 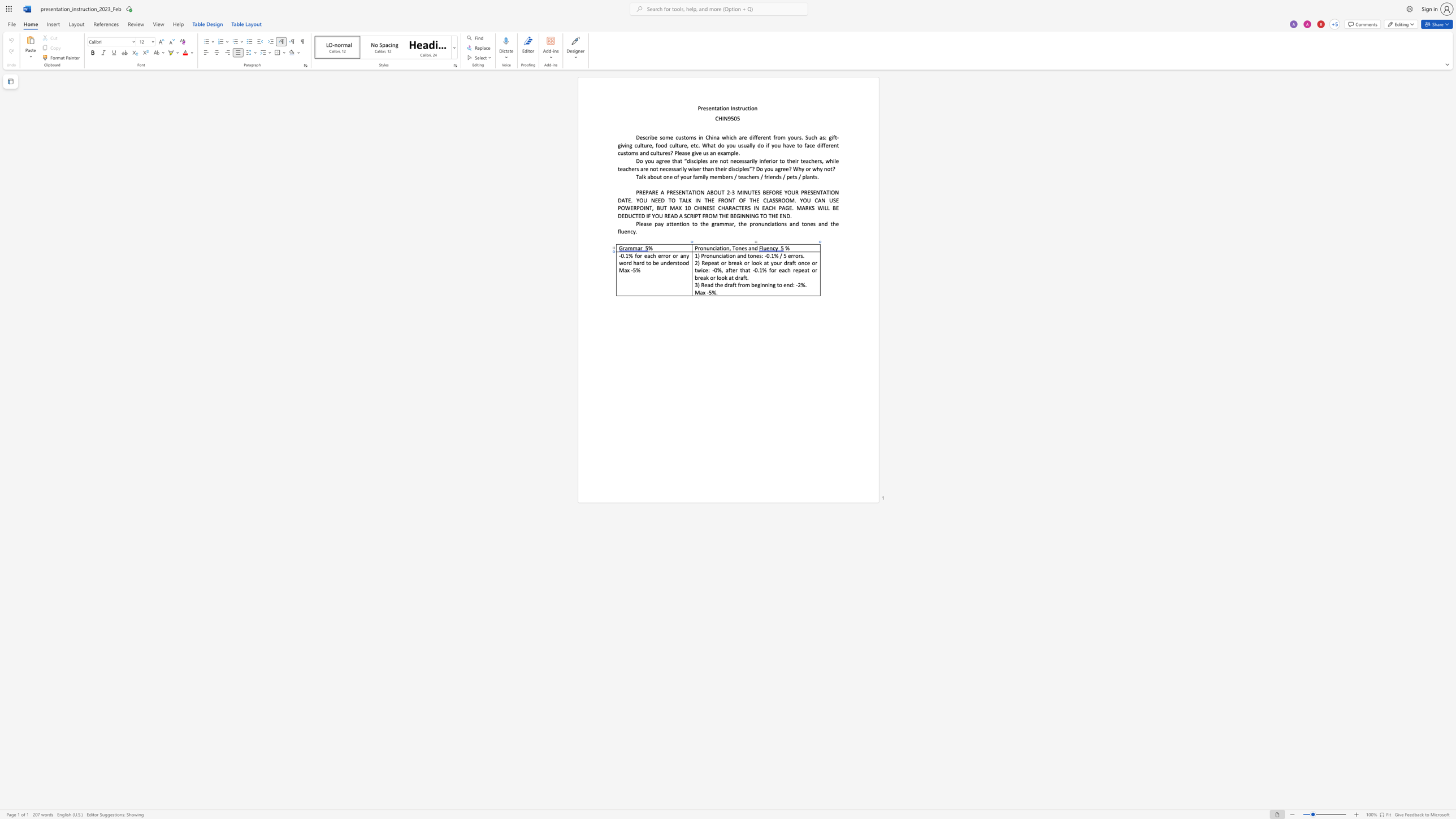 I want to click on the 1th character "o" in the text, so click(x=708, y=255).